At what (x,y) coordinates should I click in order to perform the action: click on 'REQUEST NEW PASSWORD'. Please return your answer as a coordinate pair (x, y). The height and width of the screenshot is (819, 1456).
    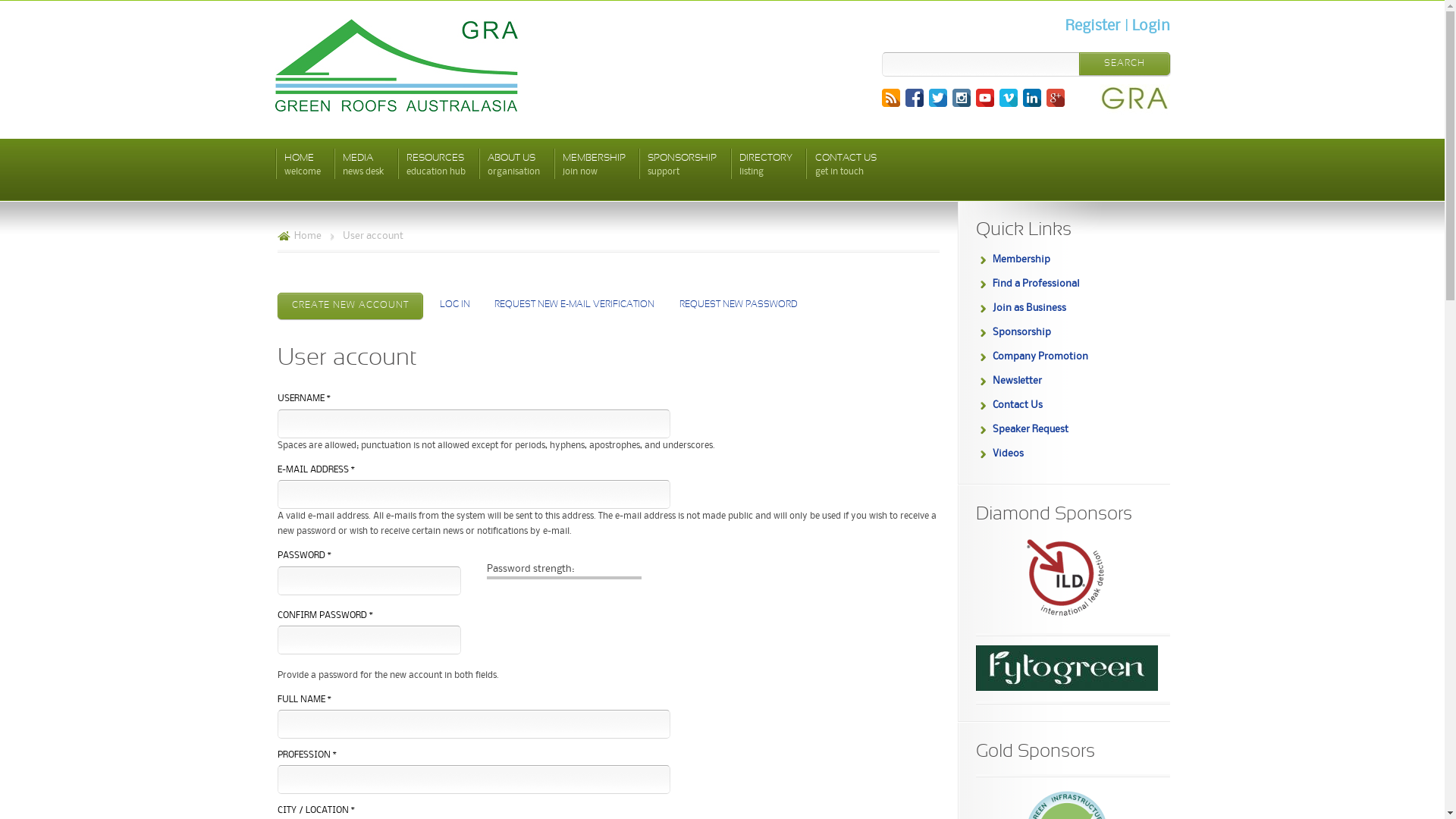
    Looking at the image, I should click on (739, 304).